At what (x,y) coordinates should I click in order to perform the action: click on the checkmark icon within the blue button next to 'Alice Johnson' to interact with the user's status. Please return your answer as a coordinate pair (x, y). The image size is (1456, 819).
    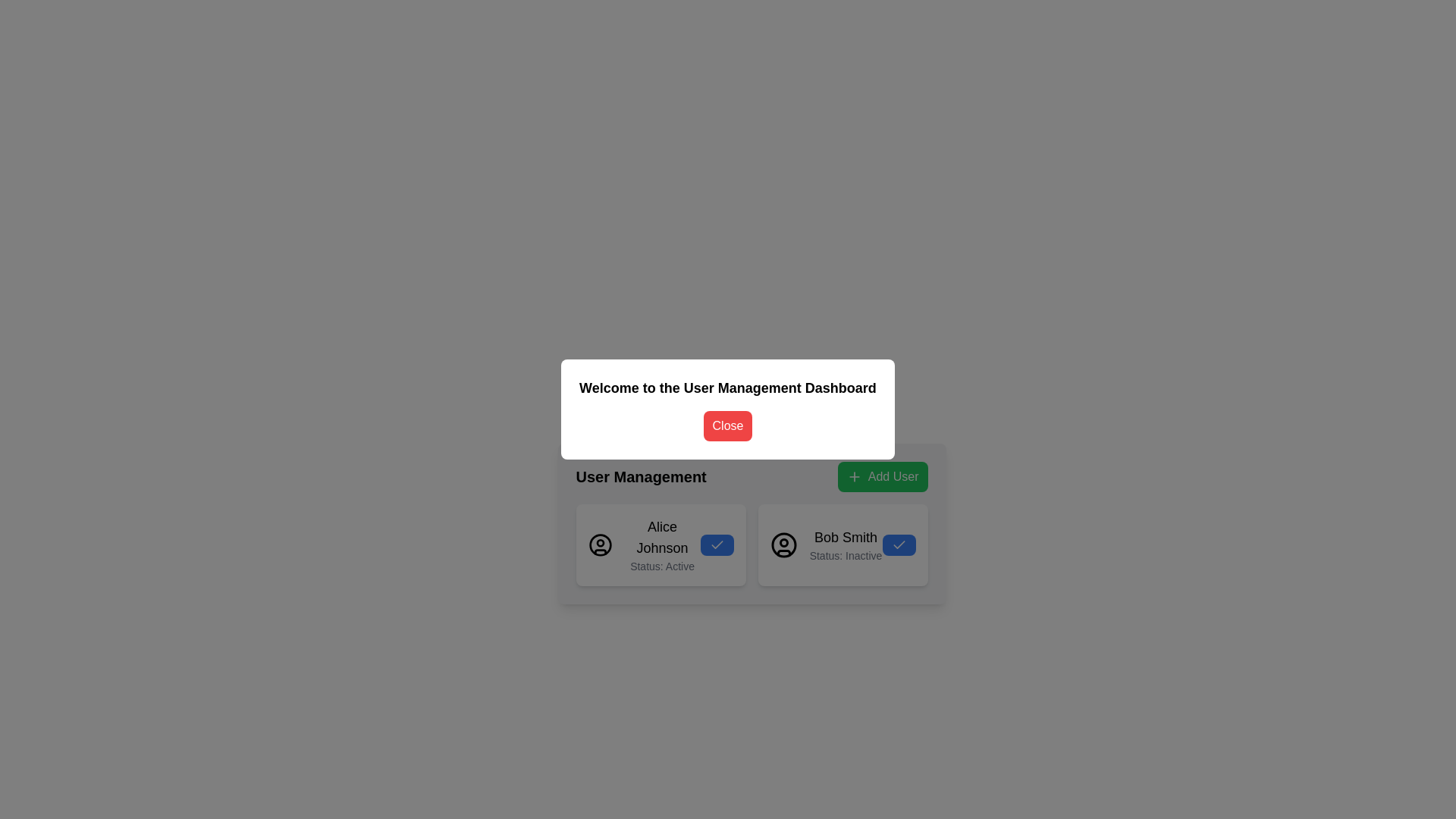
    Looking at the image, I should click on (716, 544).